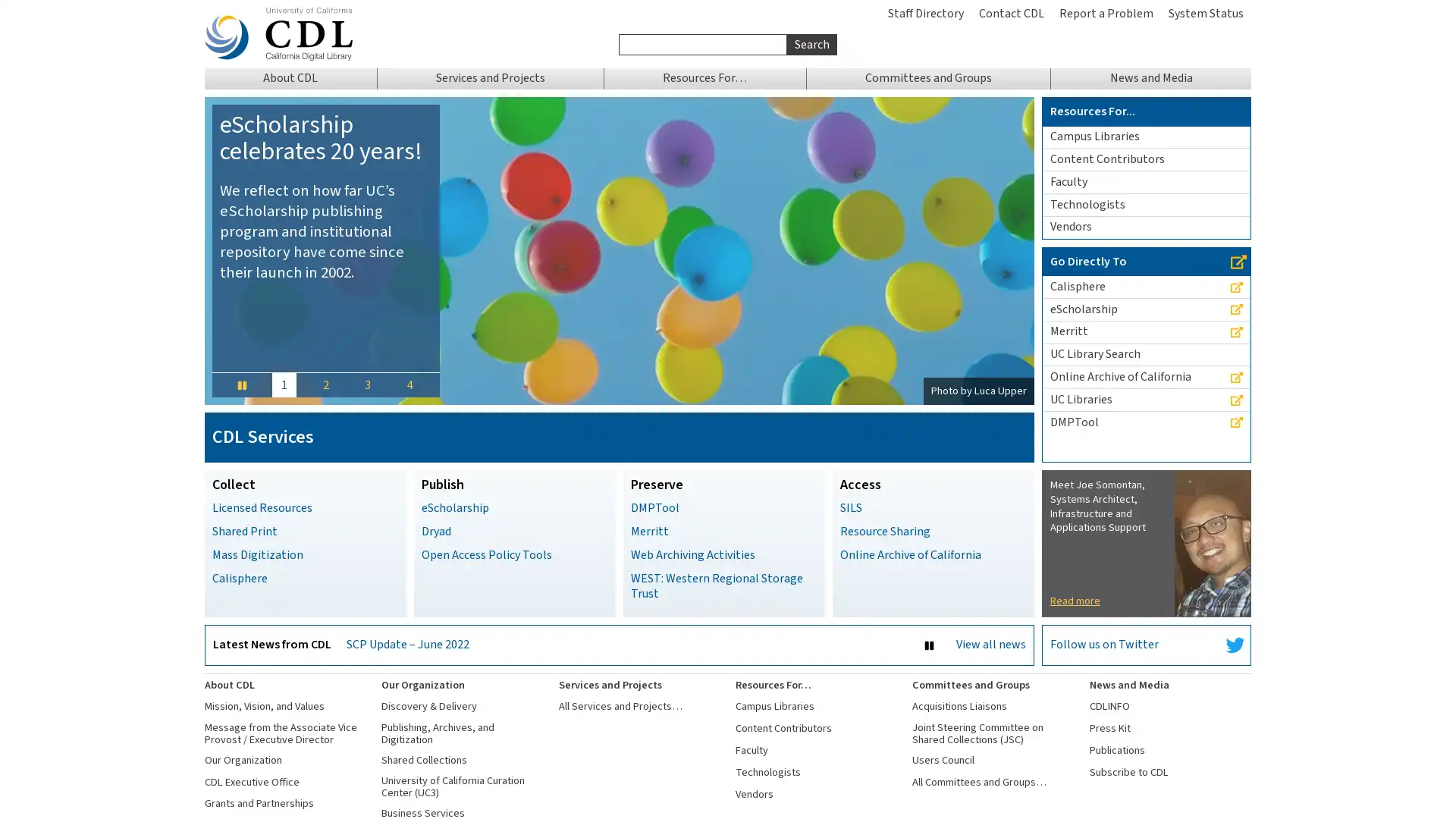 The width and height of the screenshot is (1456, 819). Describe the element at coordinates (409, 383) in the screenshot. I see `go to slide 4 of 4` at that location.